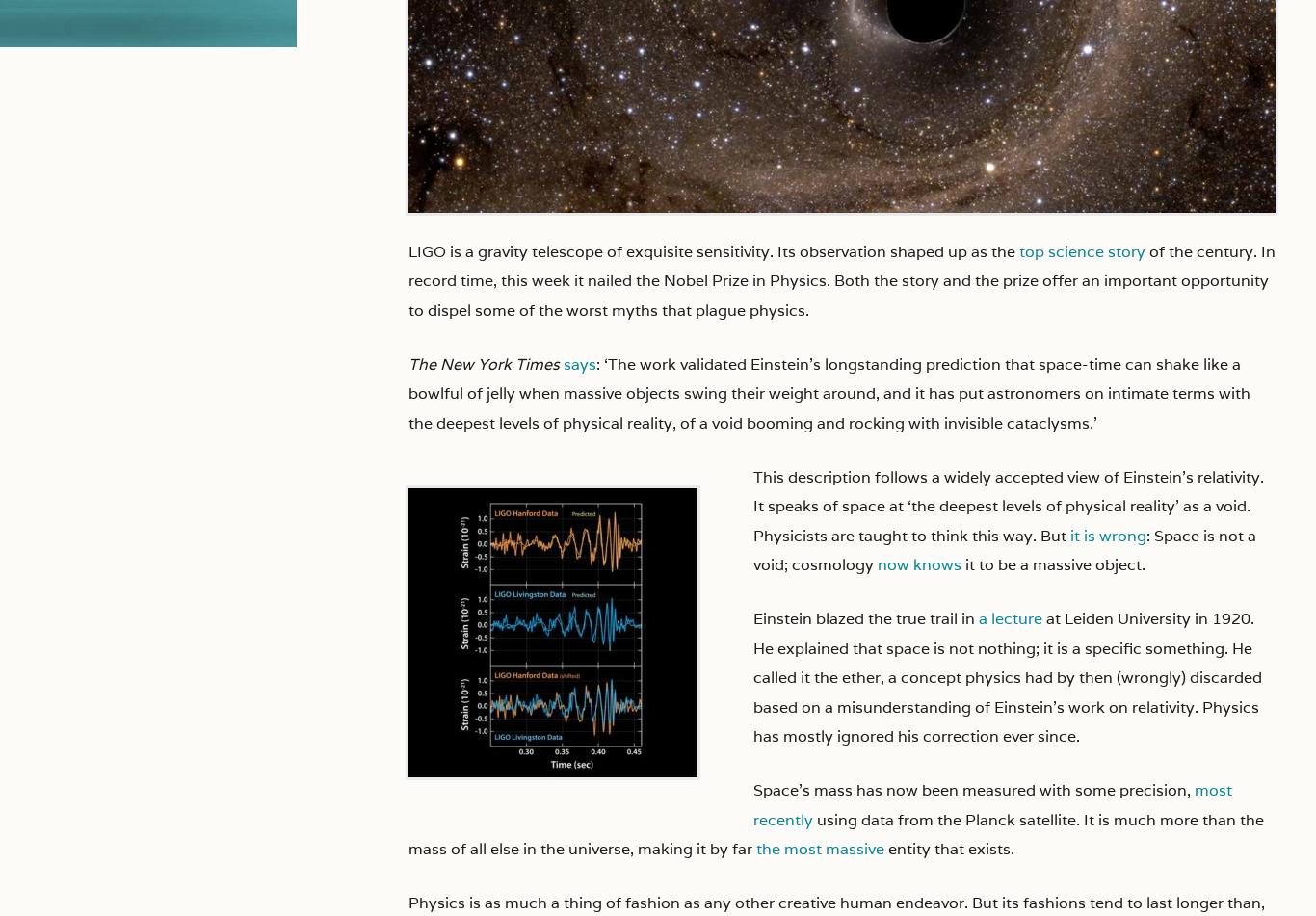 The width and height of the screenshot is (1316, 916). Describe the element at coordinates (973, 789) in the screenshot. I see `'Space’s mass has now been measured with some precision,'` at that location.